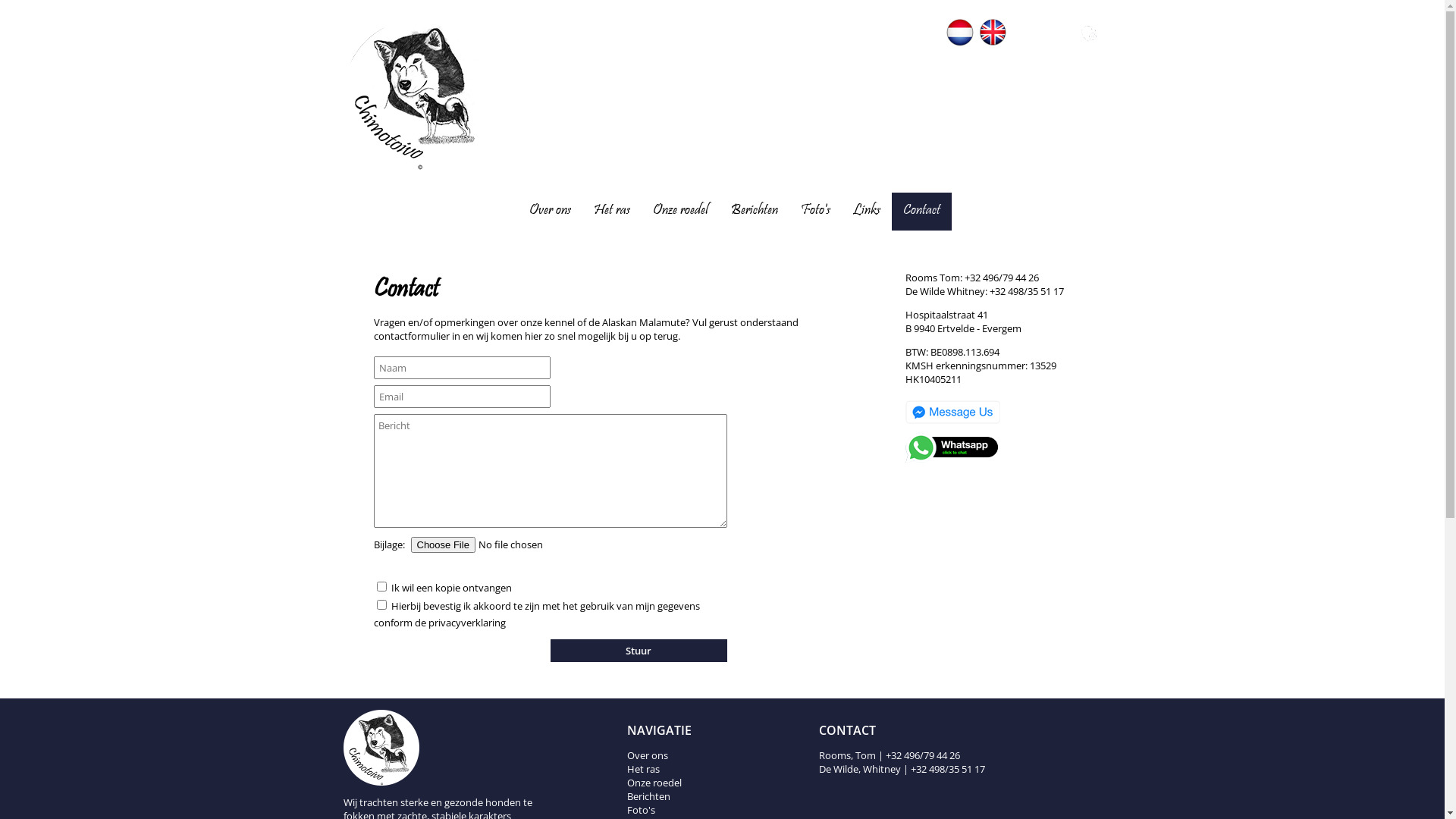 The image size is (1456, 819). Describe the element at coordinates (641, 809) in the screenshot. I see `'Foto's'` at that location.